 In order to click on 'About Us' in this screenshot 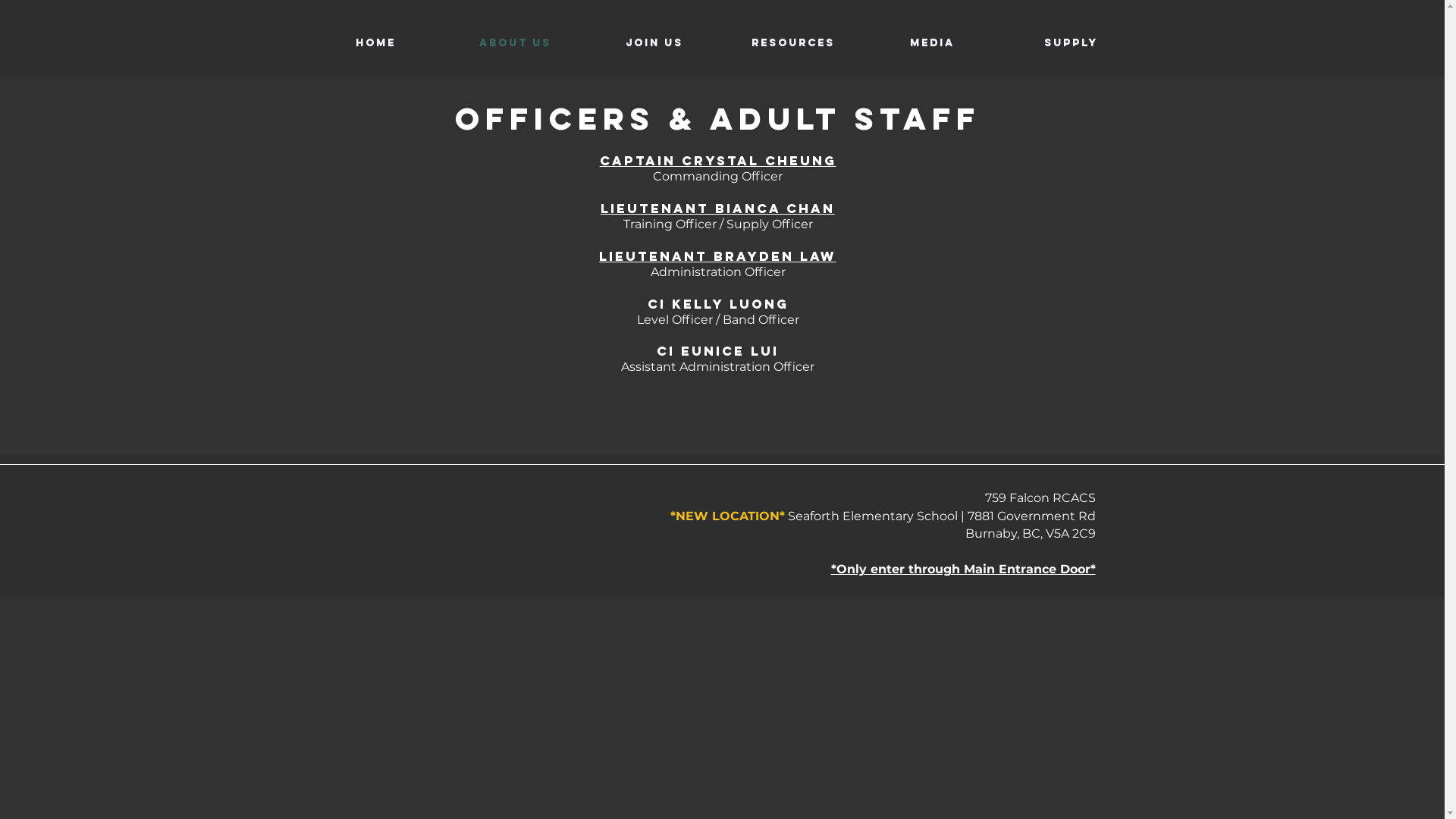, I will do `click(445, 42)`.